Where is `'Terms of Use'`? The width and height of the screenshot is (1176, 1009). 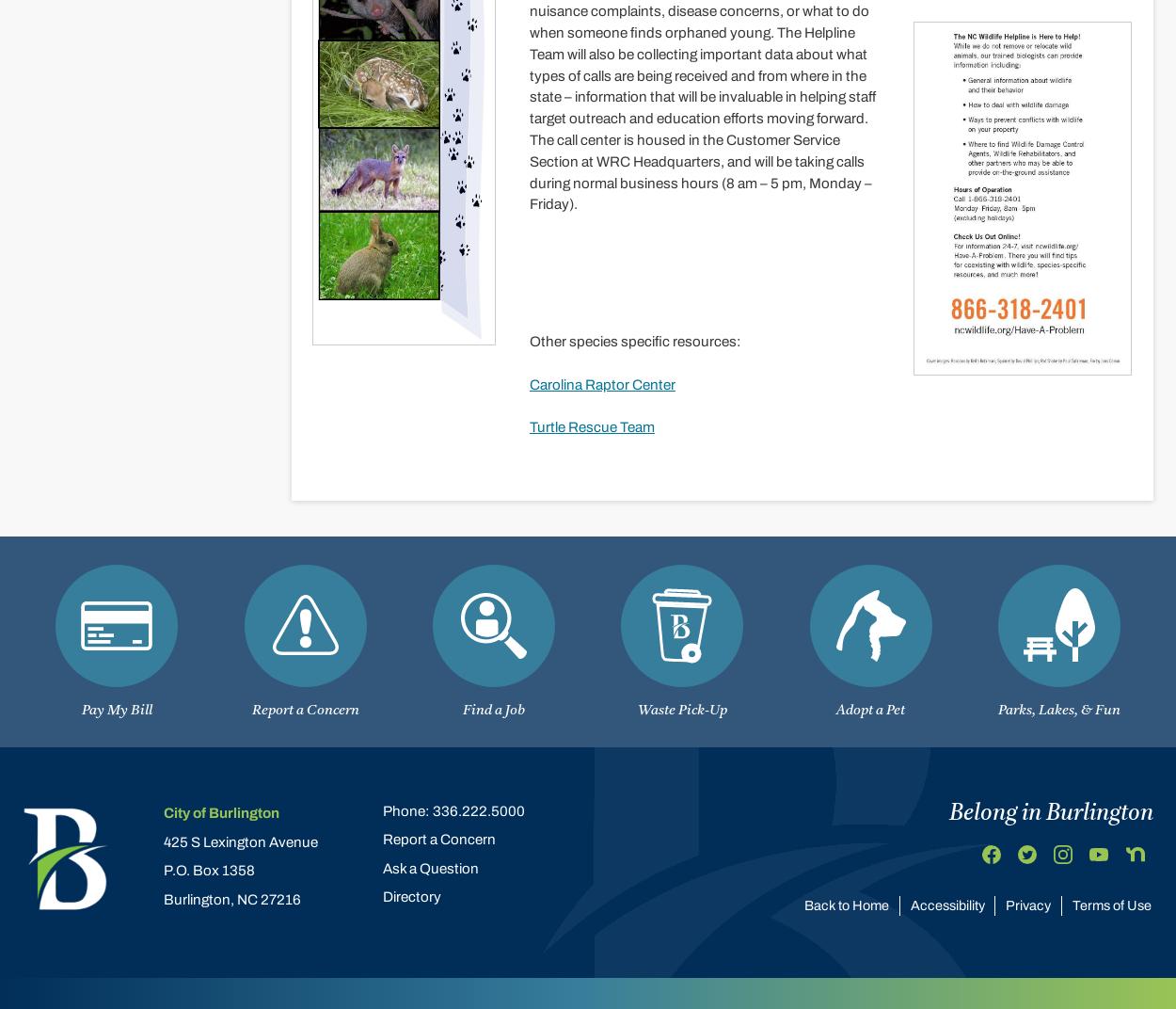 'Terms of Use' is located at coordinates (1111, 904).